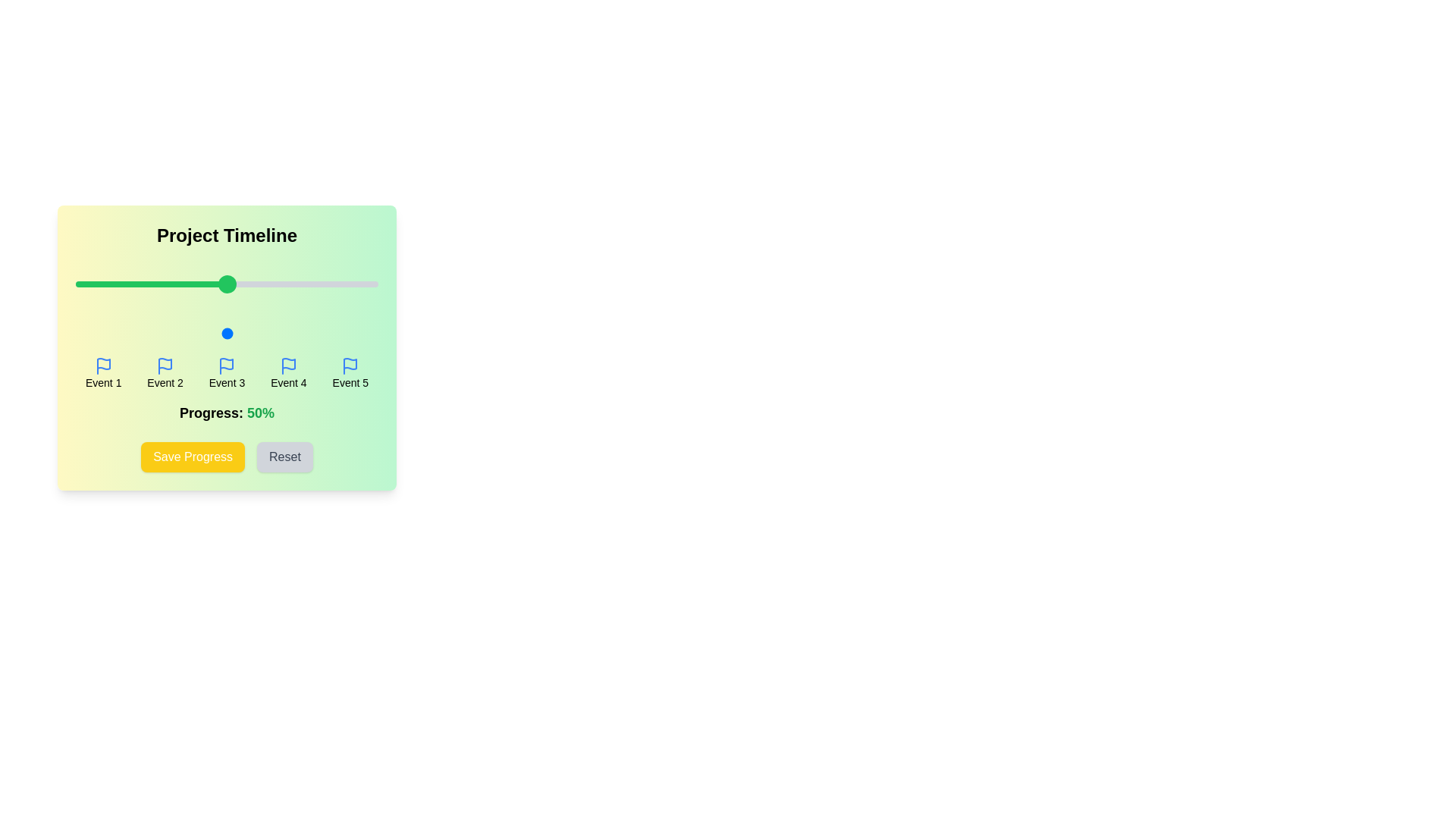  What do you see at coordinates (102, 366) in the screenshot?
I see `the flag icon for Event 1` at bounding box center [102, 366].